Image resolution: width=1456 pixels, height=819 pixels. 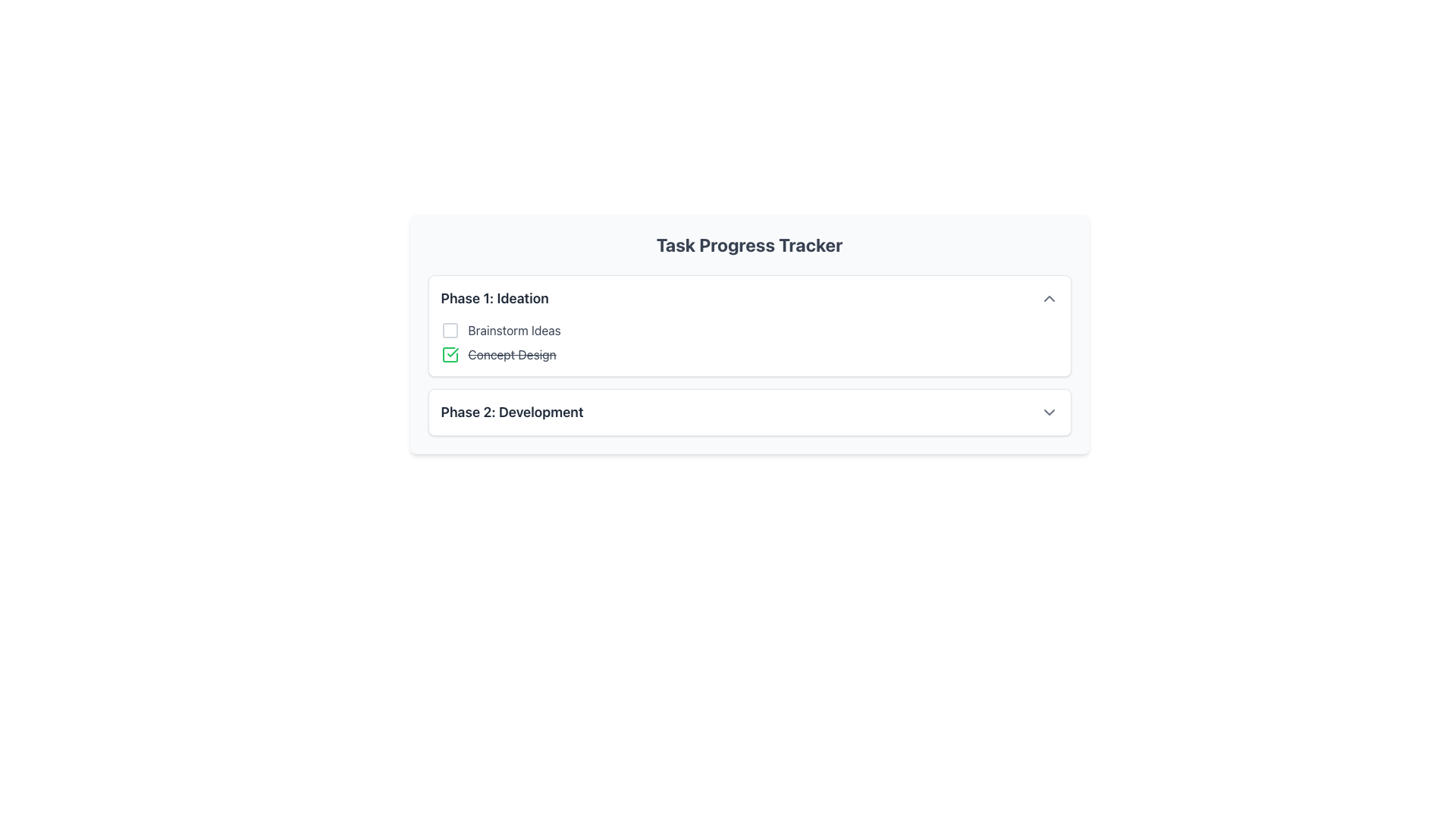 What do you see at coordinates (514, 329) in the screenshot?
I see `the text label that serves as the title for a task item within the 'Phase 1: Ideation' section of the task progress tracker for interaction` at bounding box center [514, 329].